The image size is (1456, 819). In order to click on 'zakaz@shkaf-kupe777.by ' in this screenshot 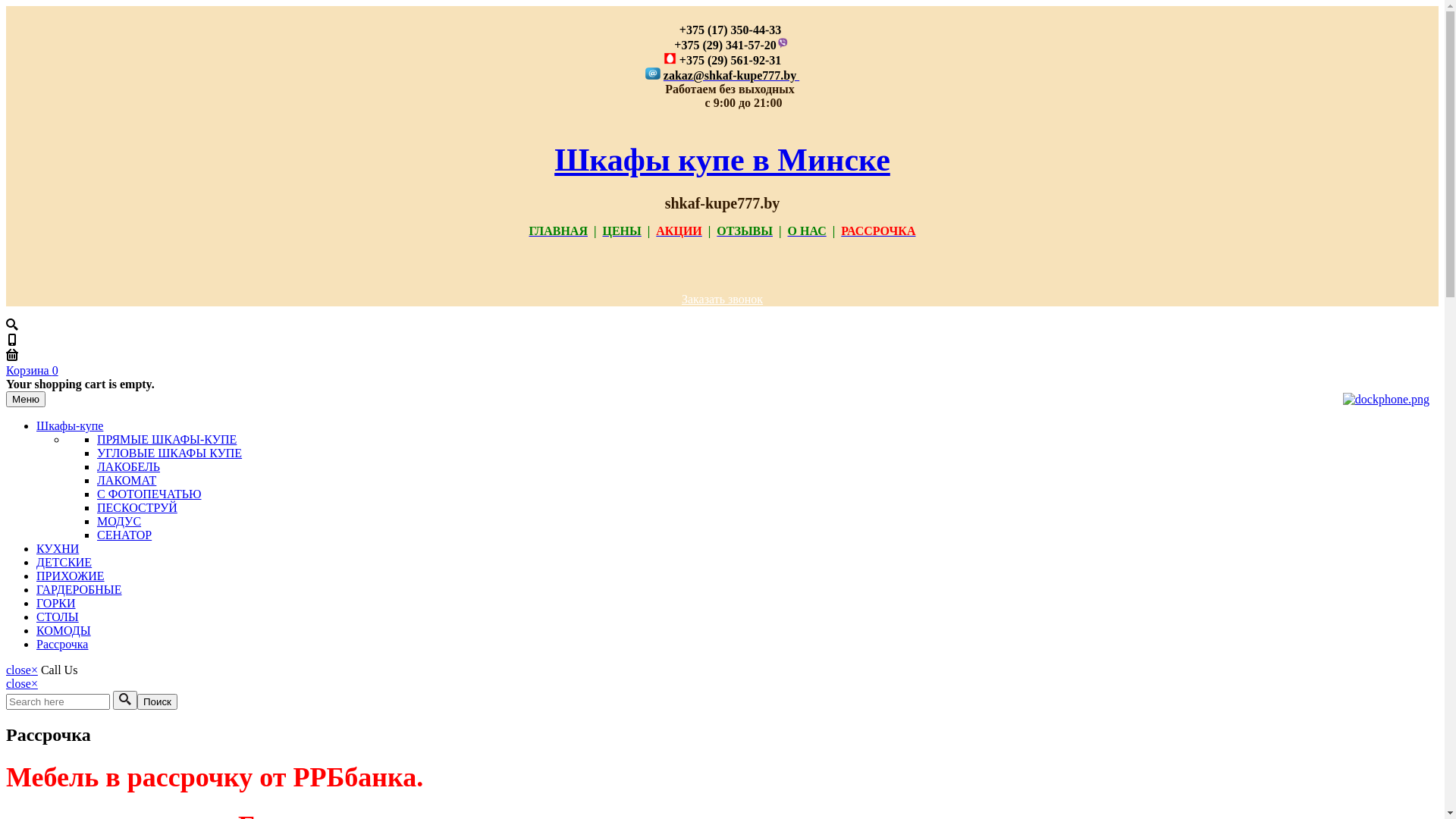, I will do `click(731, 75)`.